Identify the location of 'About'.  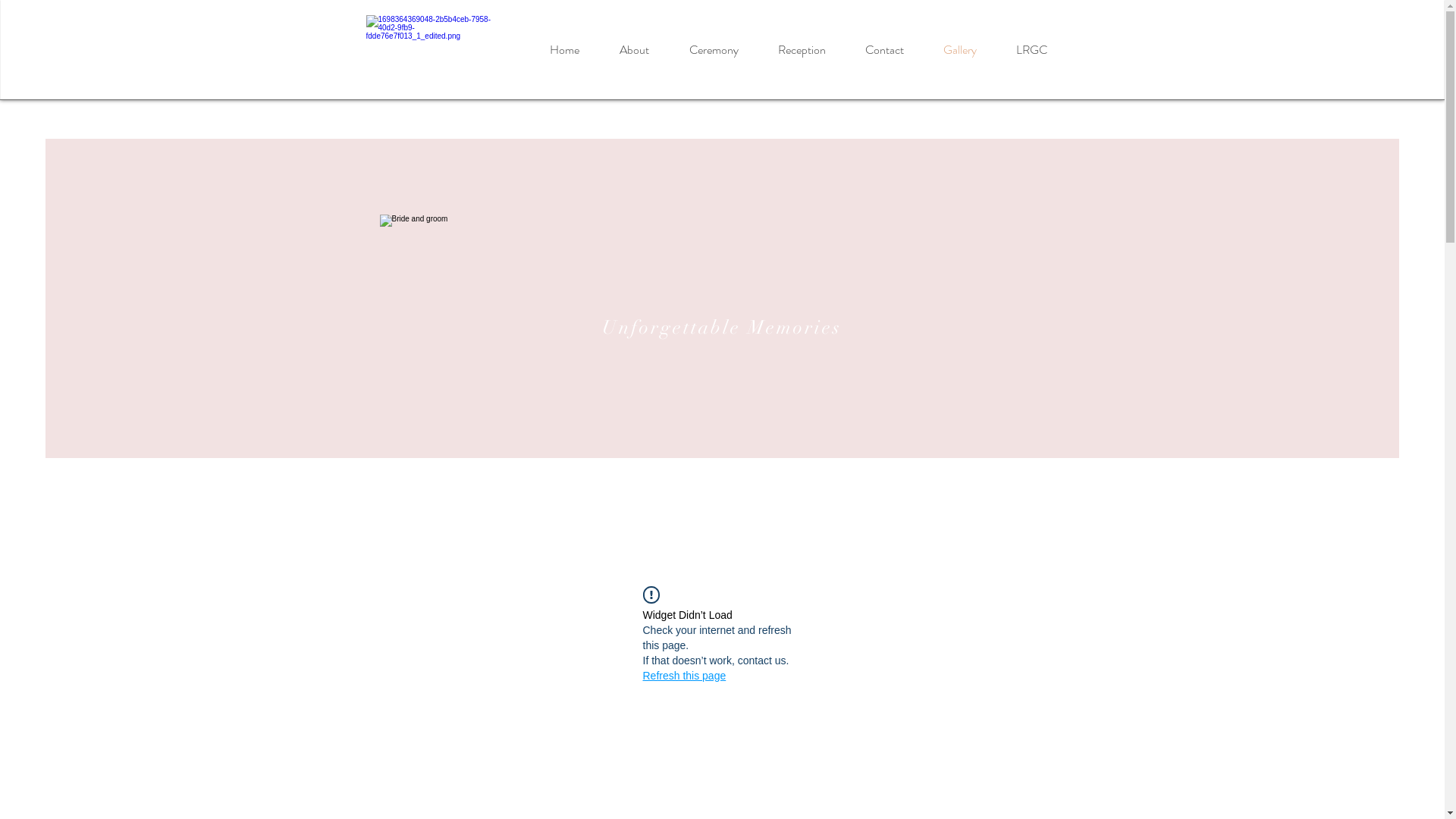
(633, 49).